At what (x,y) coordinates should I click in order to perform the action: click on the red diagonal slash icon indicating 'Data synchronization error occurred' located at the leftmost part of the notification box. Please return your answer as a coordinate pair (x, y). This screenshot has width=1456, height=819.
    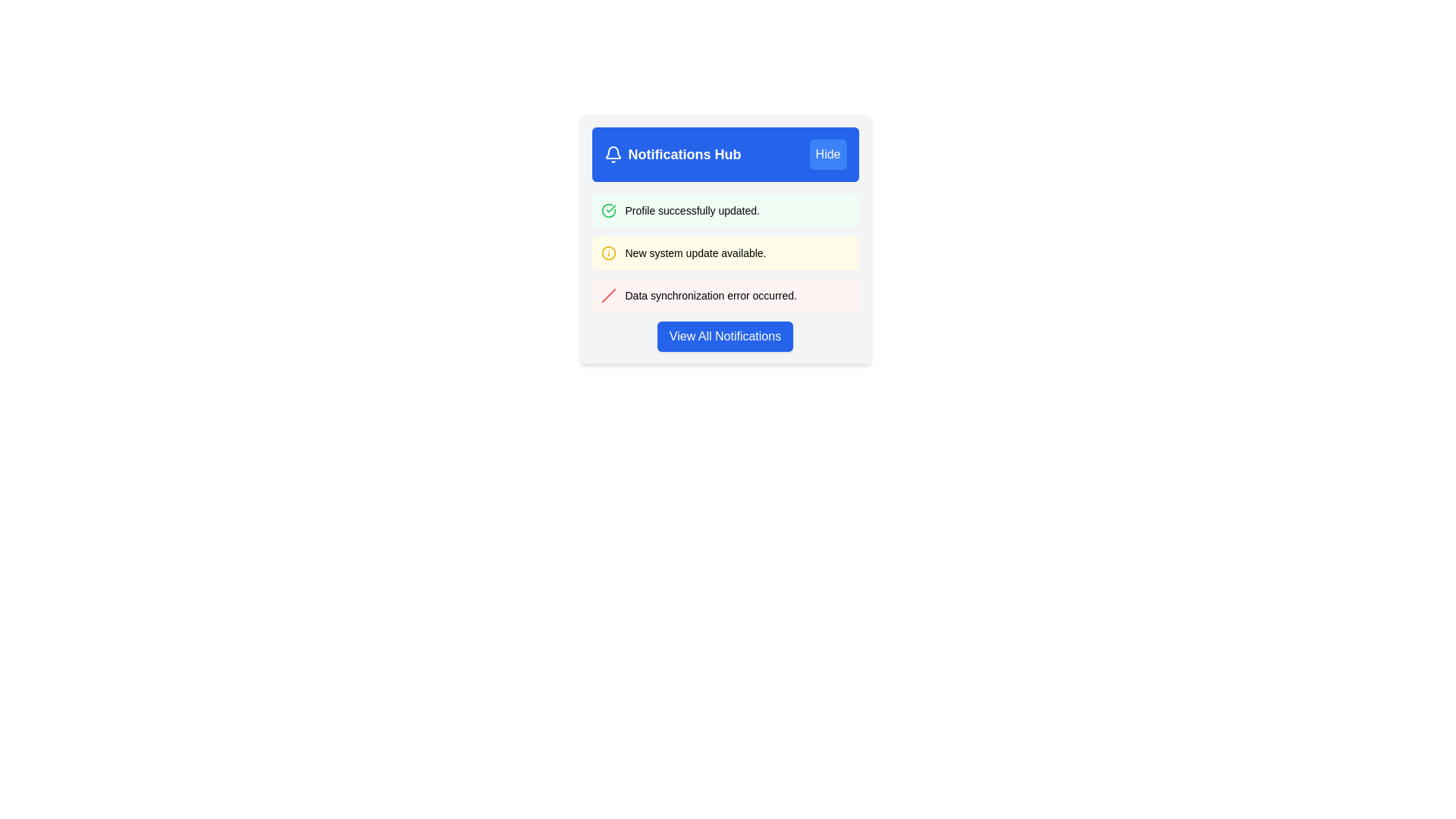
    Looking at the image, I should click on (608, 295).